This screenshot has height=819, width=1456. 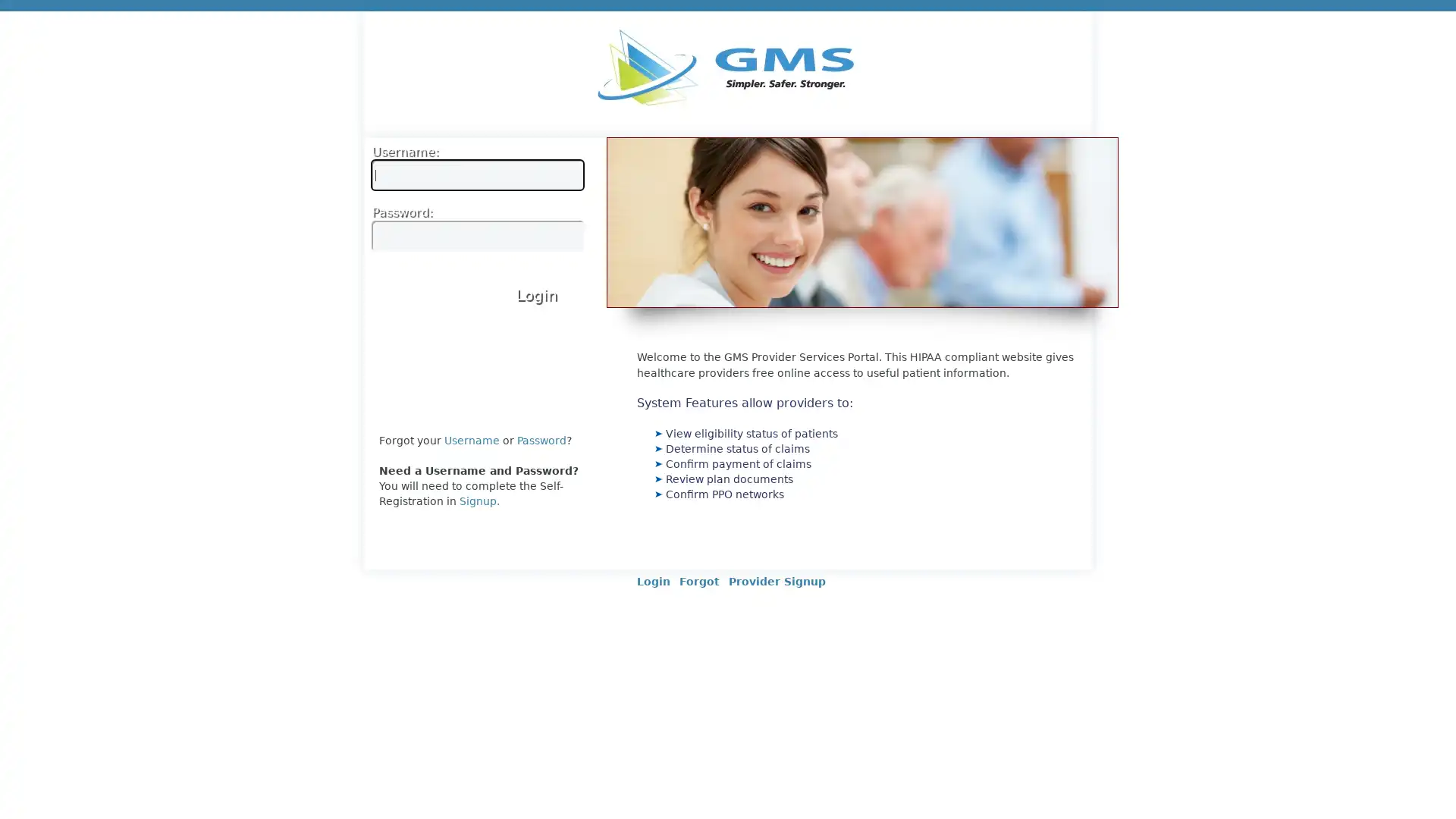 What do you see at coordinates (536, 294) in the screenshot?
I see `Login` at bounding box center [536, 294].